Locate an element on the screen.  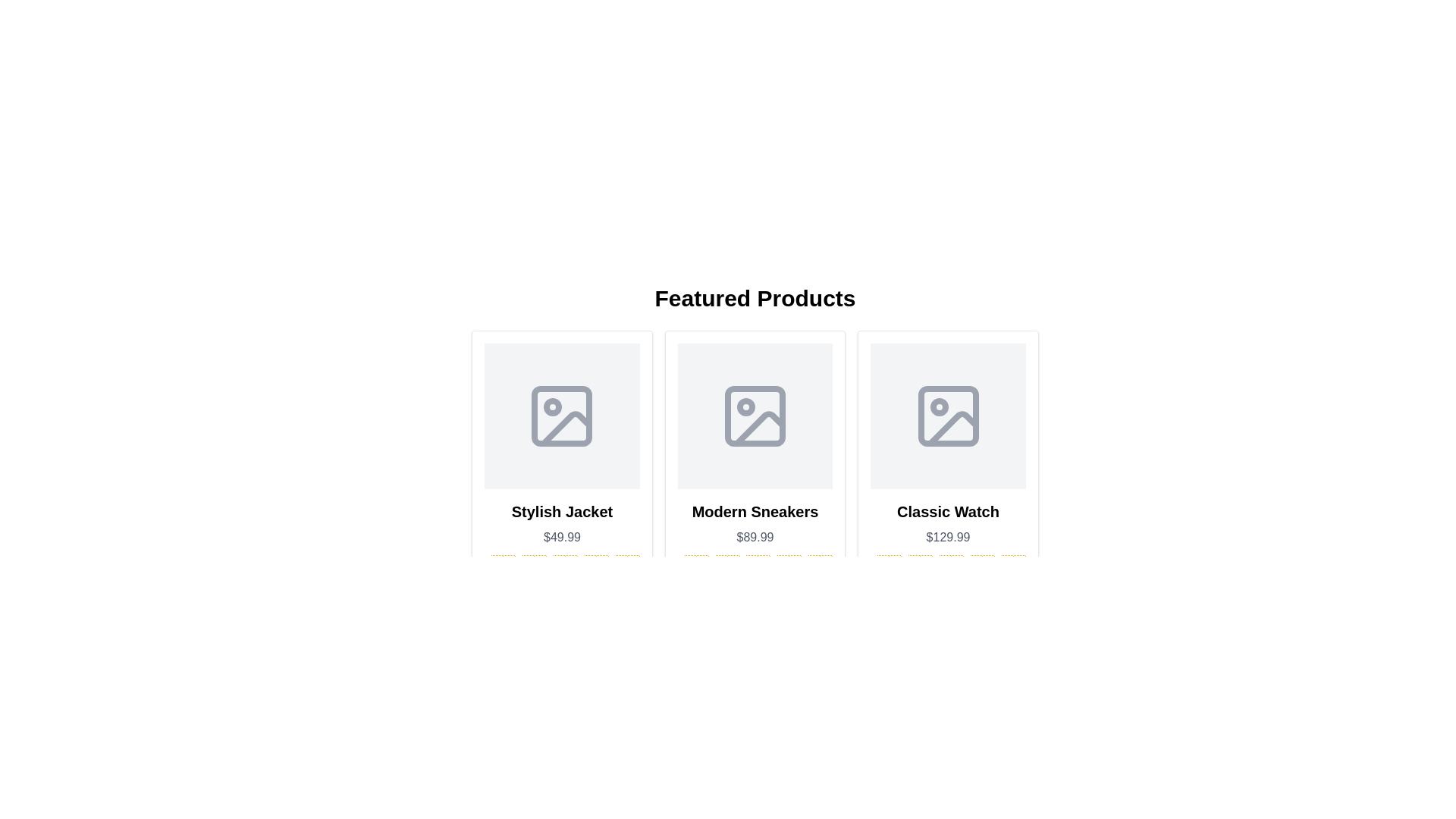
the square Image Placeholder with a light gray background and a picture frame icon, located in the upper half of the 'Modern Sneakers' product card is located at coordinates (755, 416).